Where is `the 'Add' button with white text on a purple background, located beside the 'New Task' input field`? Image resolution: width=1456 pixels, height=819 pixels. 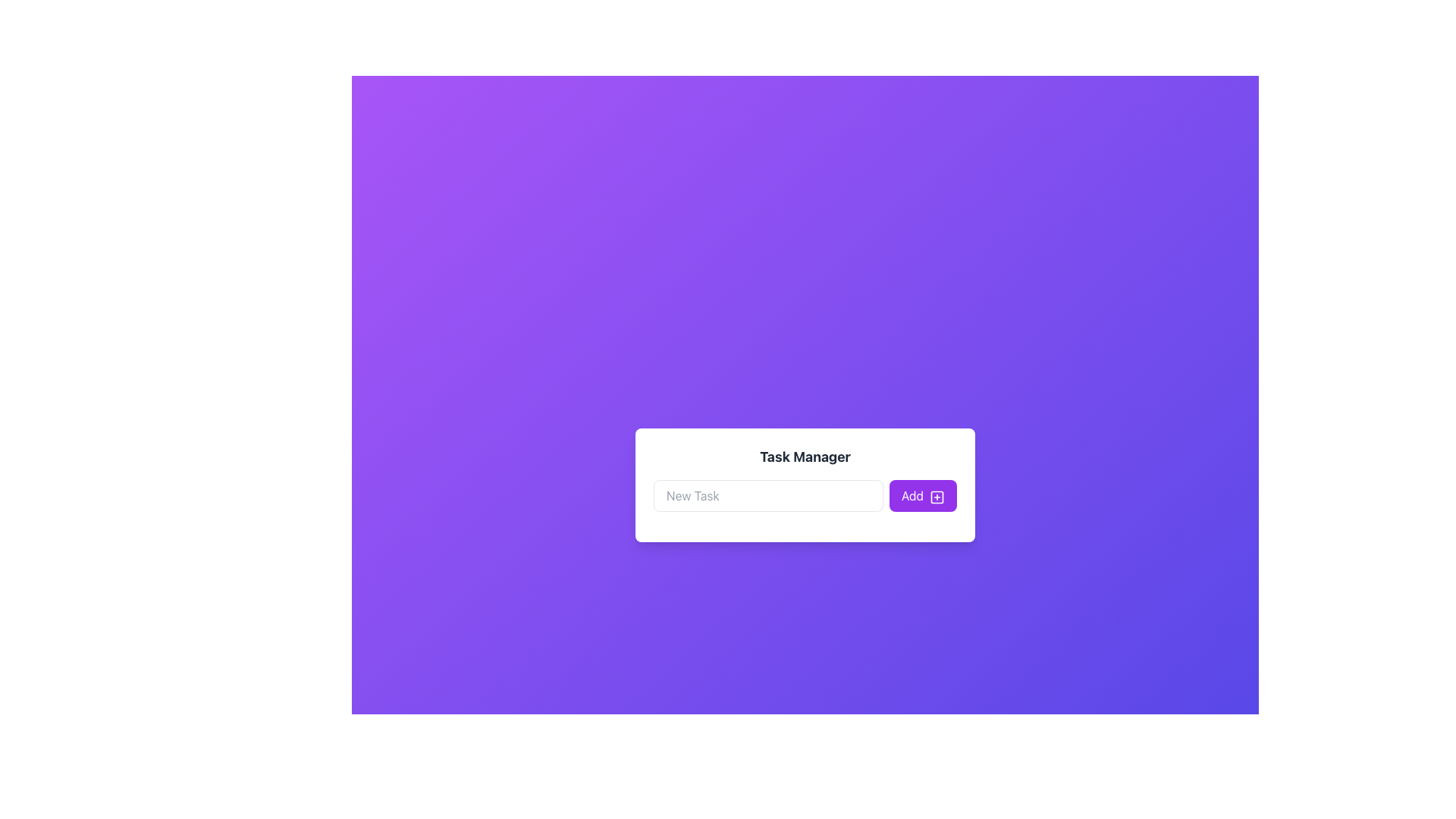
the 'Add' button with white text on a purple background, located beside the 'New Task' input field is located at coordinates (922, 496).